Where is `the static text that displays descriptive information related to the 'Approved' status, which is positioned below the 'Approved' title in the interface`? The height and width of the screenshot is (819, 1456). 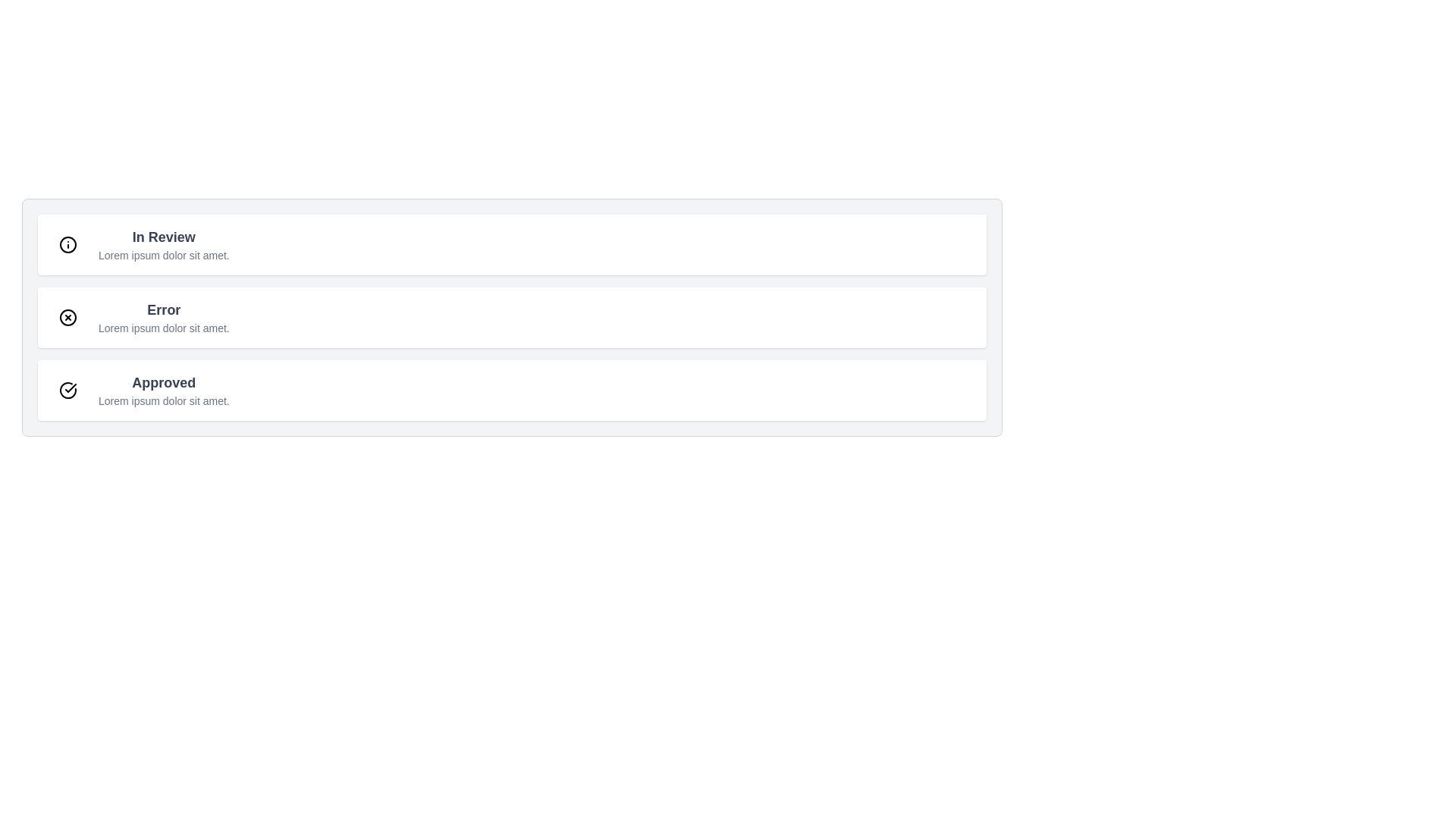
the static text that displays descriptive information related to the 'Approved' status, which is positioned below the 'Approved' title in the interface is located at coordinates (164, 400).